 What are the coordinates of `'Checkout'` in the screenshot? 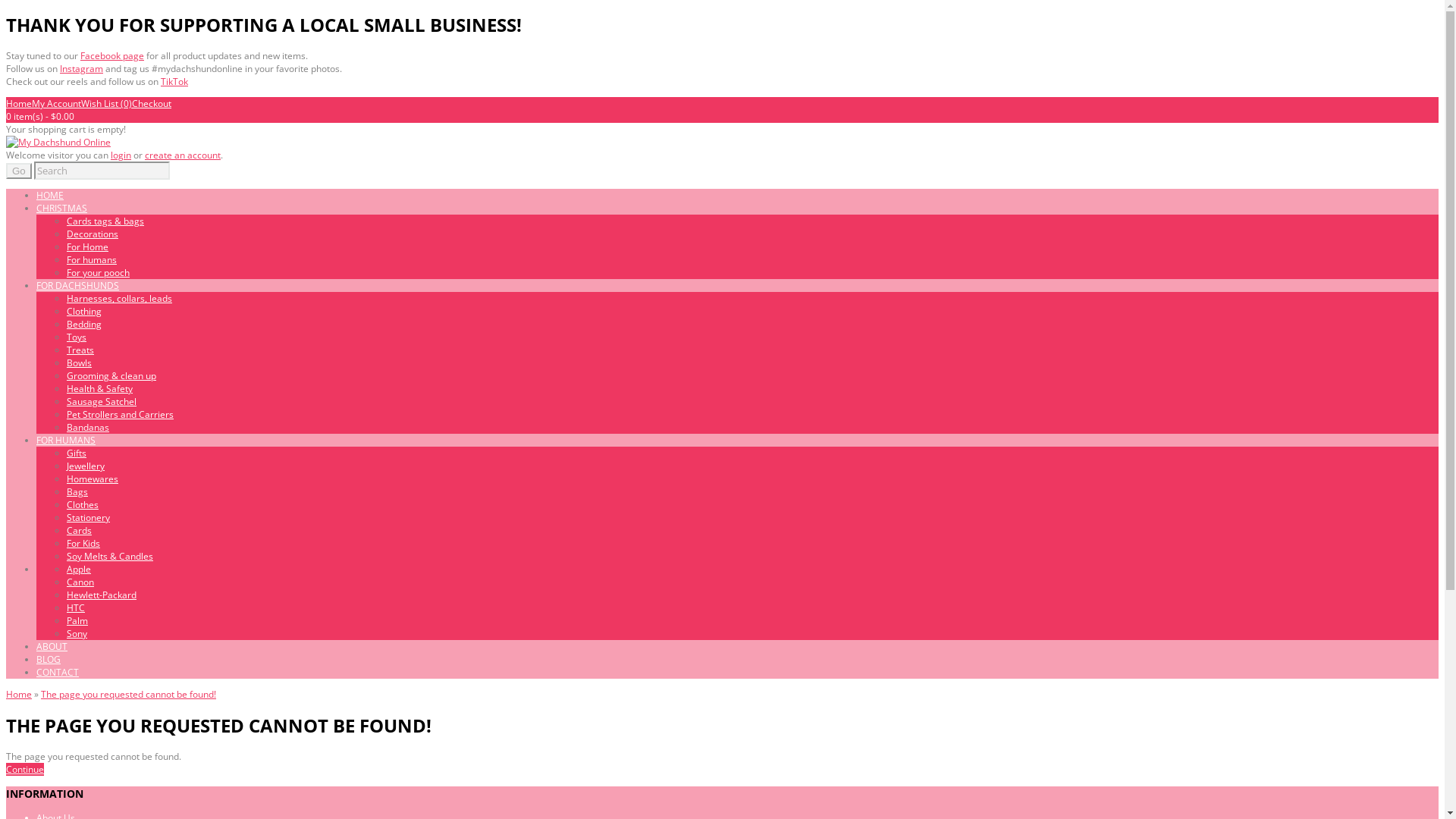 It's located at (152, 102).